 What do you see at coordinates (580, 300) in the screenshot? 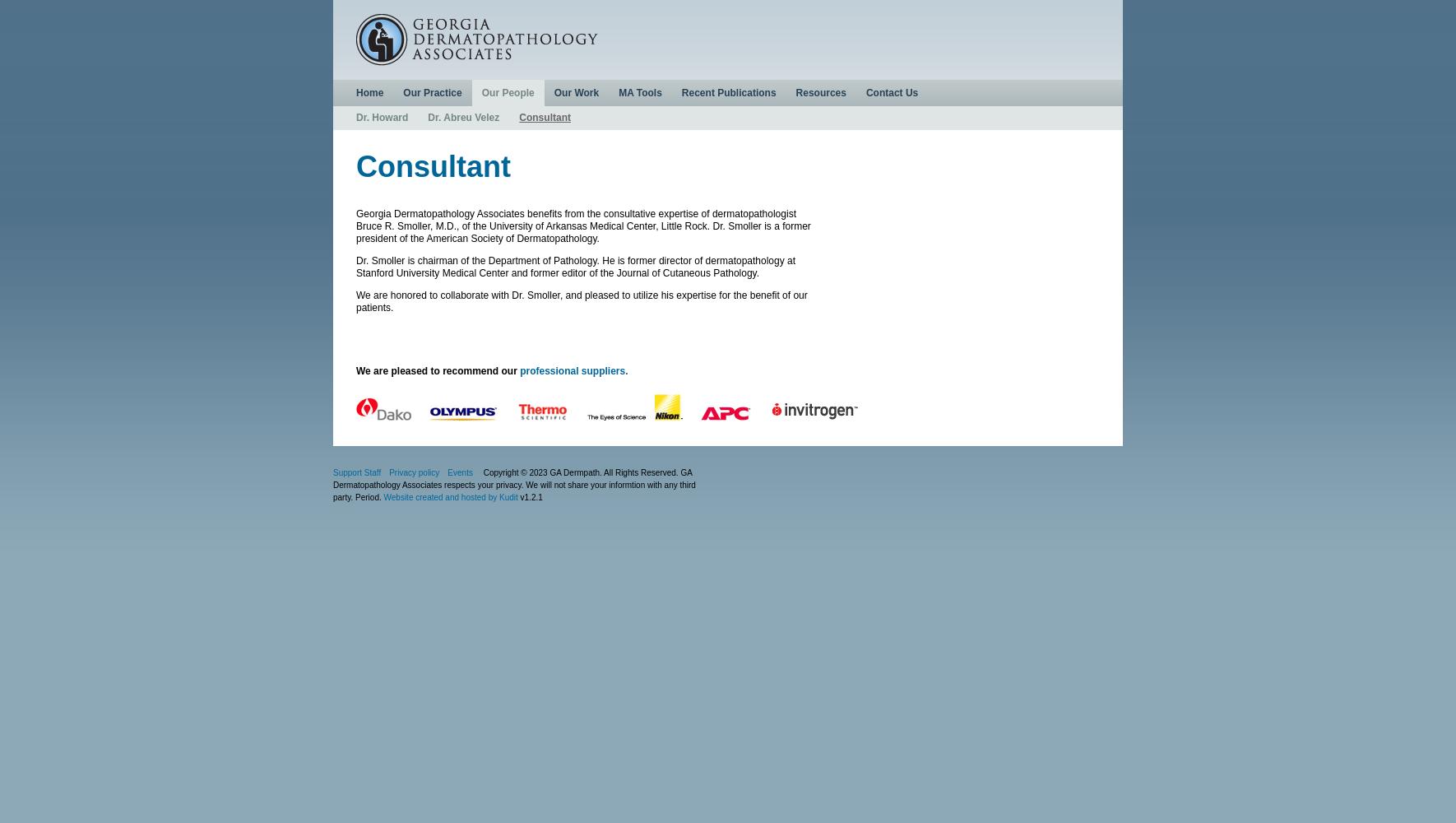
I see `'We are honored to collaborate with Dr. Smoller, and pleased to utilize his expertise for the benefit of our patients.'` at bounding box center [580, 300].